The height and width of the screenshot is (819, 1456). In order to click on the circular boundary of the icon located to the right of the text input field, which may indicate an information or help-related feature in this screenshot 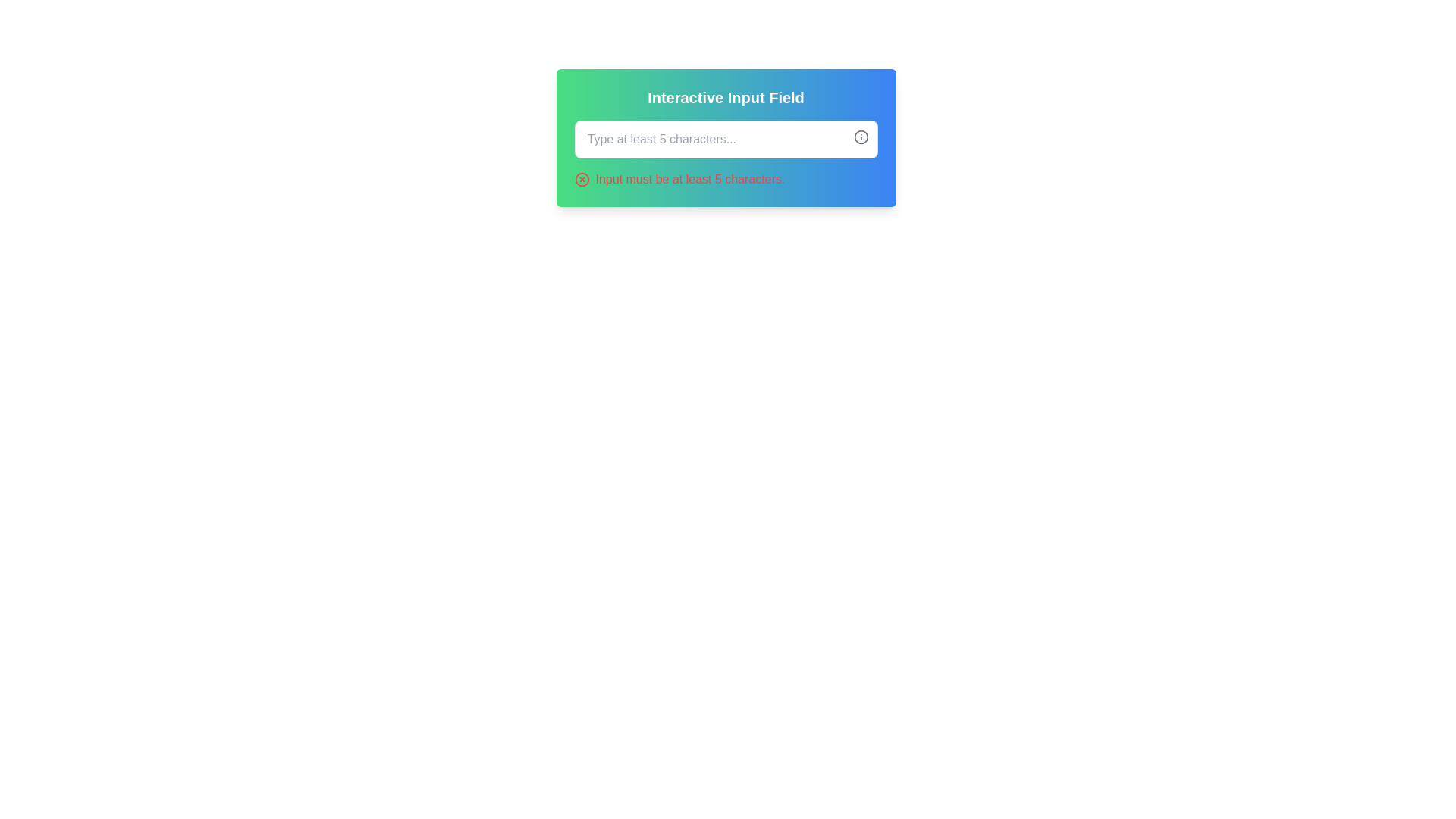, I will do `click(861, 137)`.